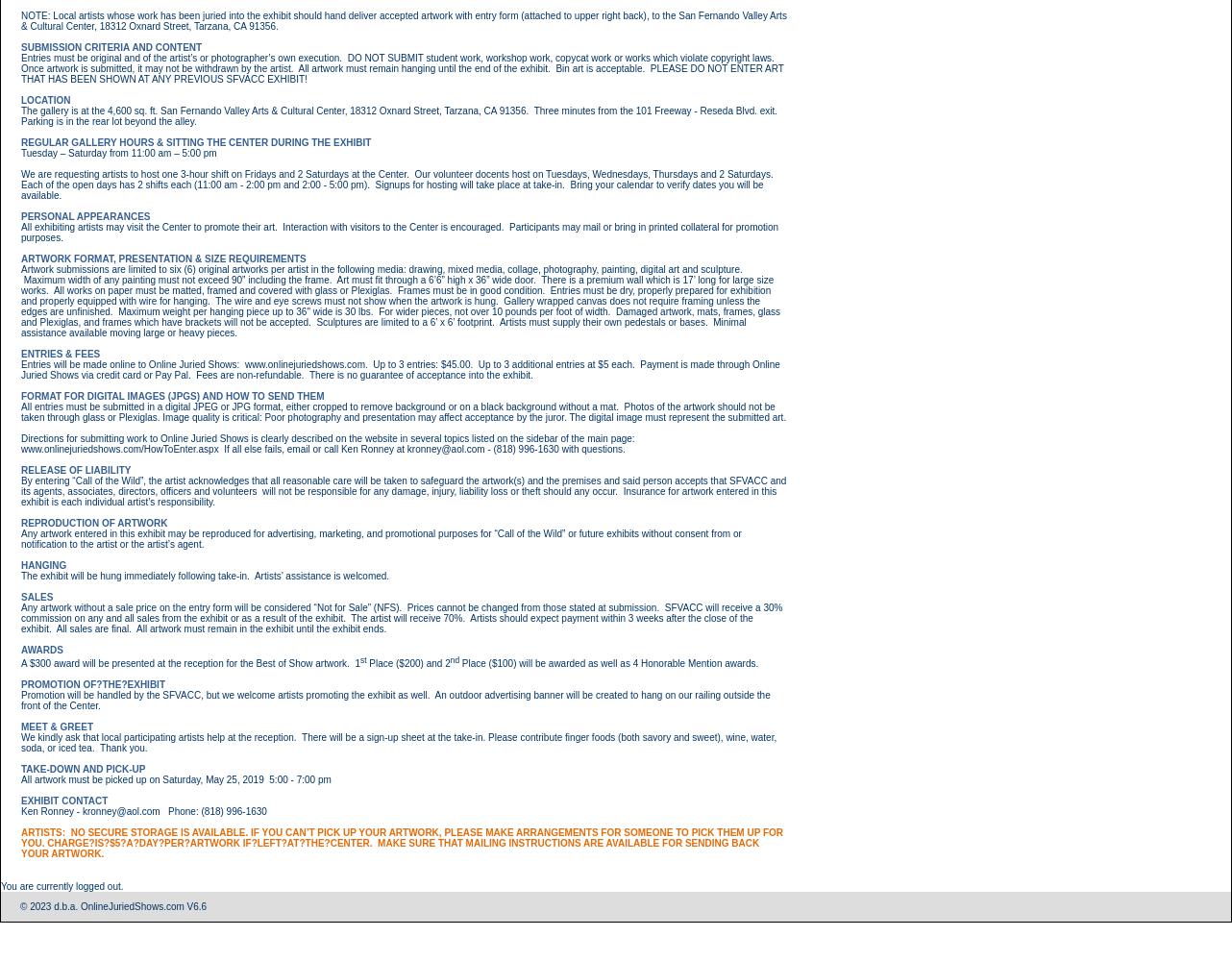  Describe the element at coordinates (327, 442) in the screenshot. I see `'Directions for submitting work to Online Juried Shows is clearly described on the website in several topics listed on the sidebar of the main page: www.onlinejuriedshows.com/HowToEnter.aspx'` at that location.